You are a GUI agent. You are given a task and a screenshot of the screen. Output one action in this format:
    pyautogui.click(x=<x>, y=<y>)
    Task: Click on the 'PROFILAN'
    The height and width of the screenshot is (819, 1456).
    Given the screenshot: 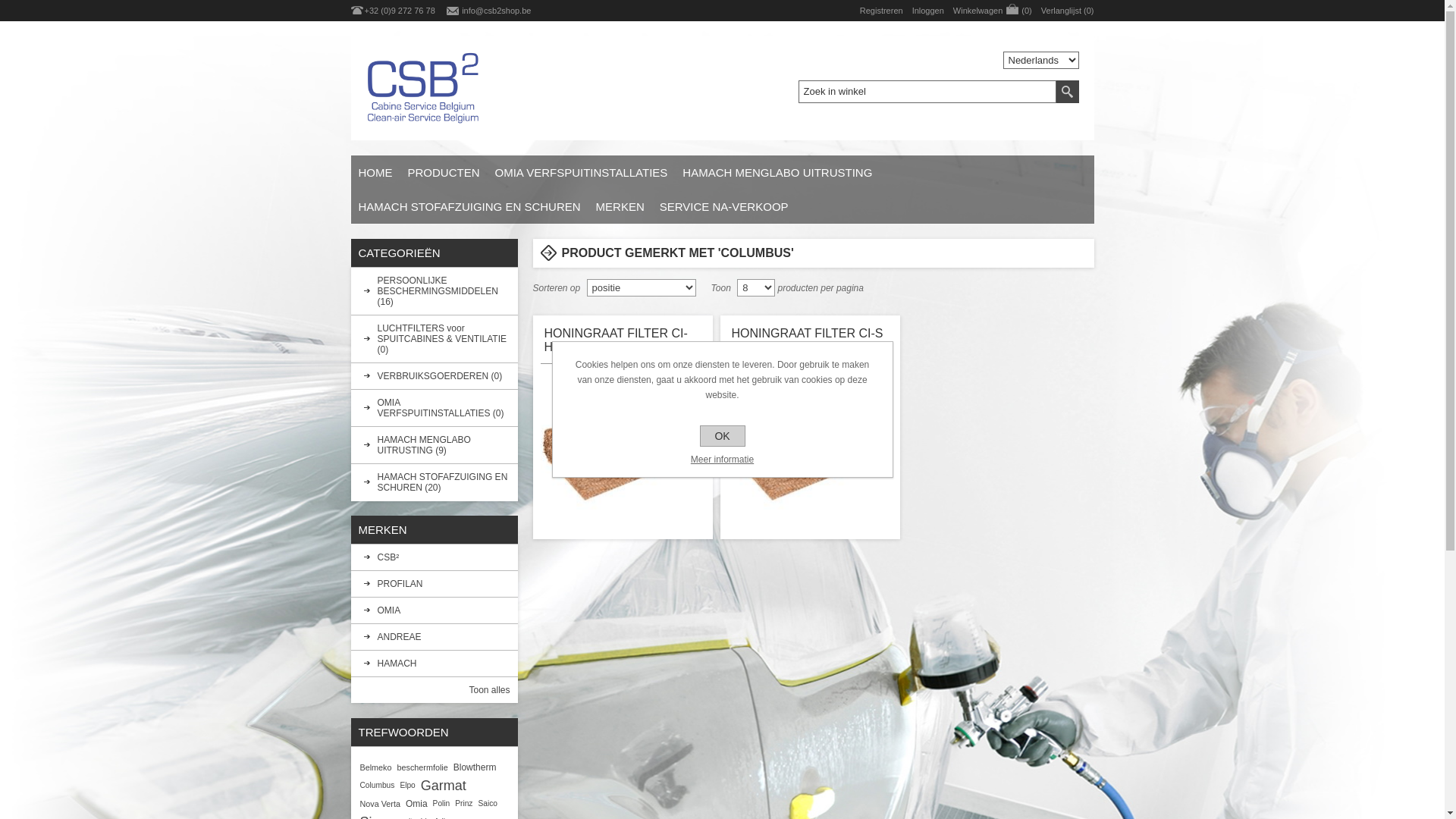 What is the action you would take?
    pyautogui.click(x=432, y=583)
    